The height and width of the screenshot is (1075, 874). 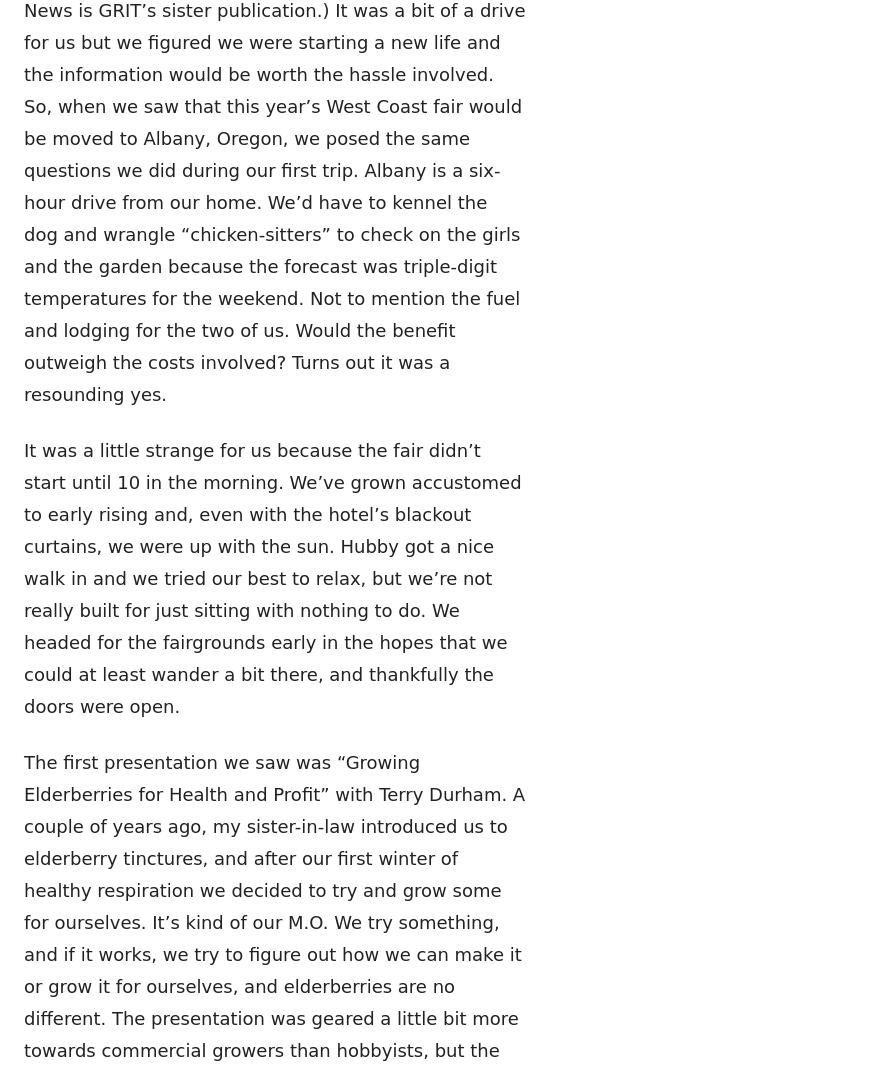 What do you see at coordinates (436, 771) in the screenshot?
I see `'Gift Orders'` at bounding box center [436, 771].